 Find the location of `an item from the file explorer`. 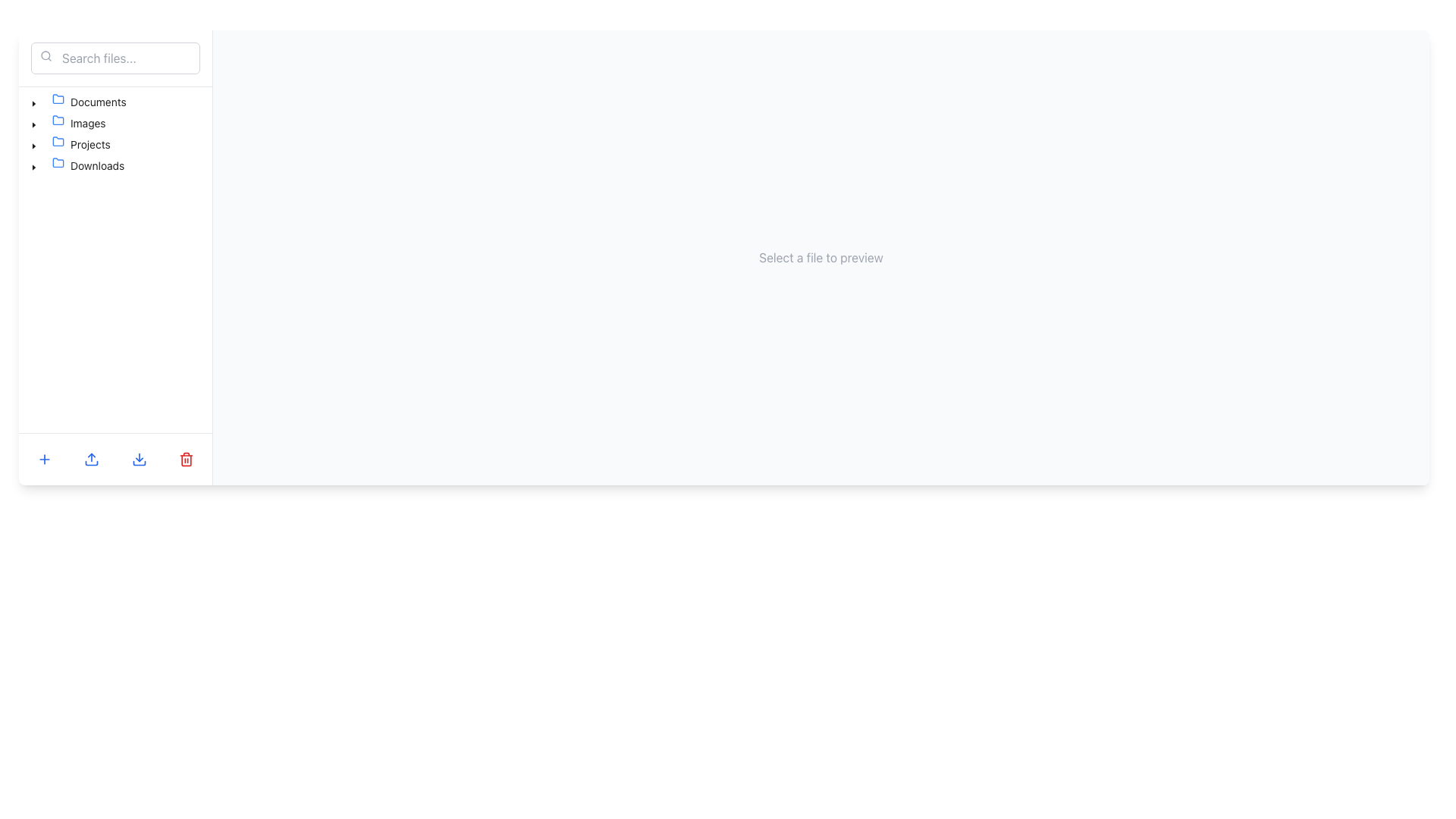

an item from the file explorer is located at coordinates (185, 458).